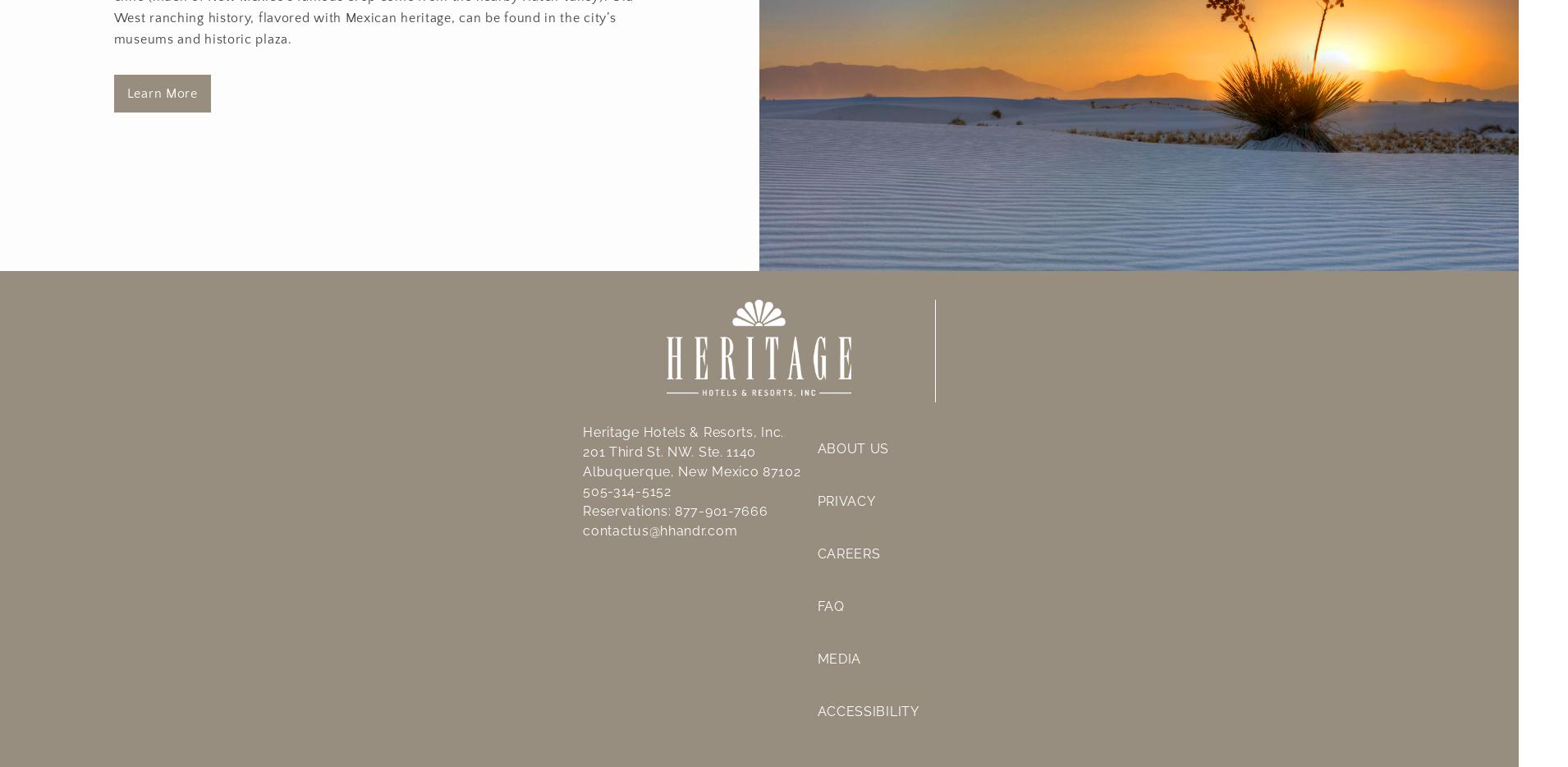  What do you see at coordinates (829, 605) in the screenshot?
I see `'FAQ'` at bounding box center [829, 605].